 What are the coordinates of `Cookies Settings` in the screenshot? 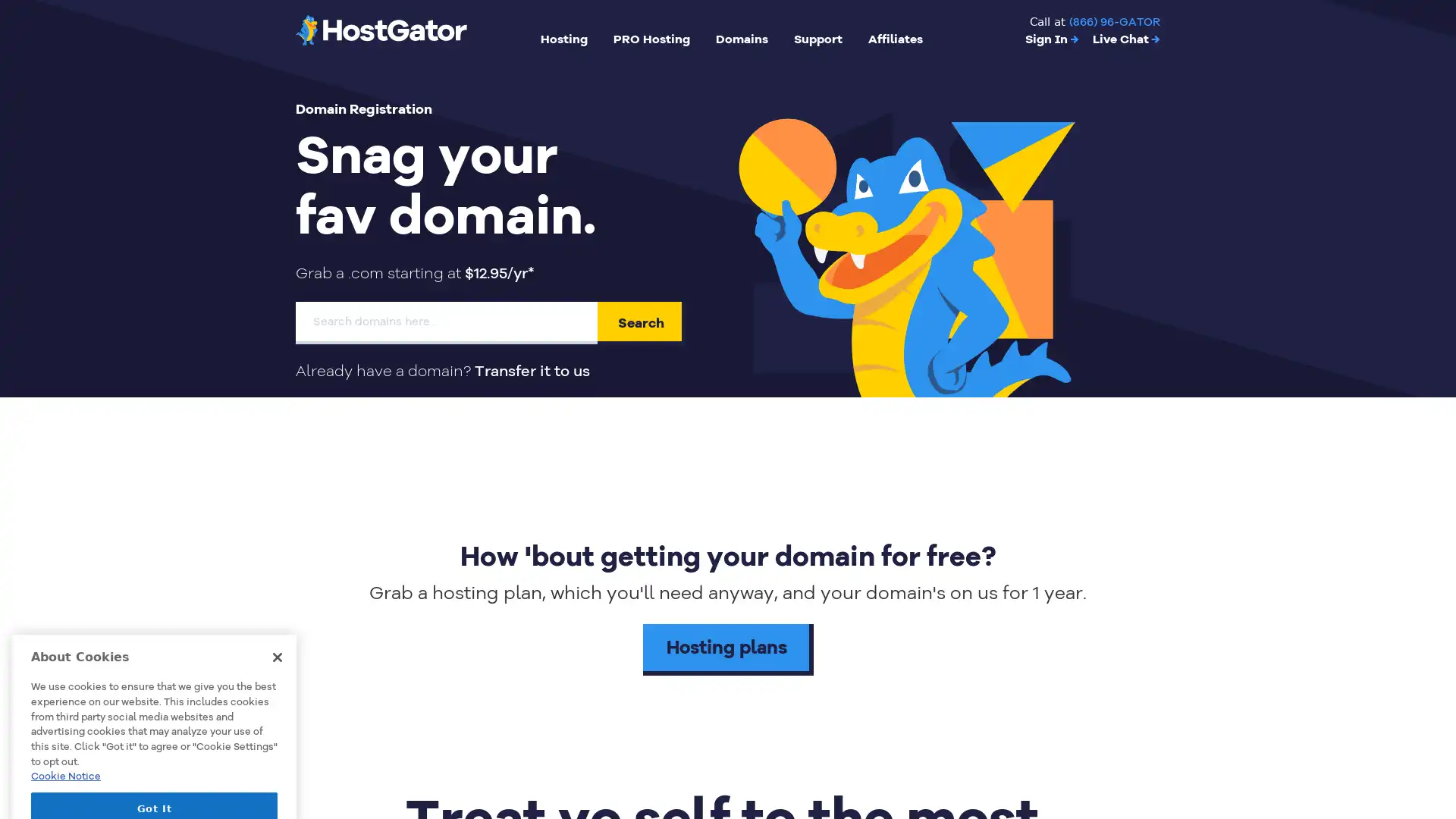 It's located at (154, 760).